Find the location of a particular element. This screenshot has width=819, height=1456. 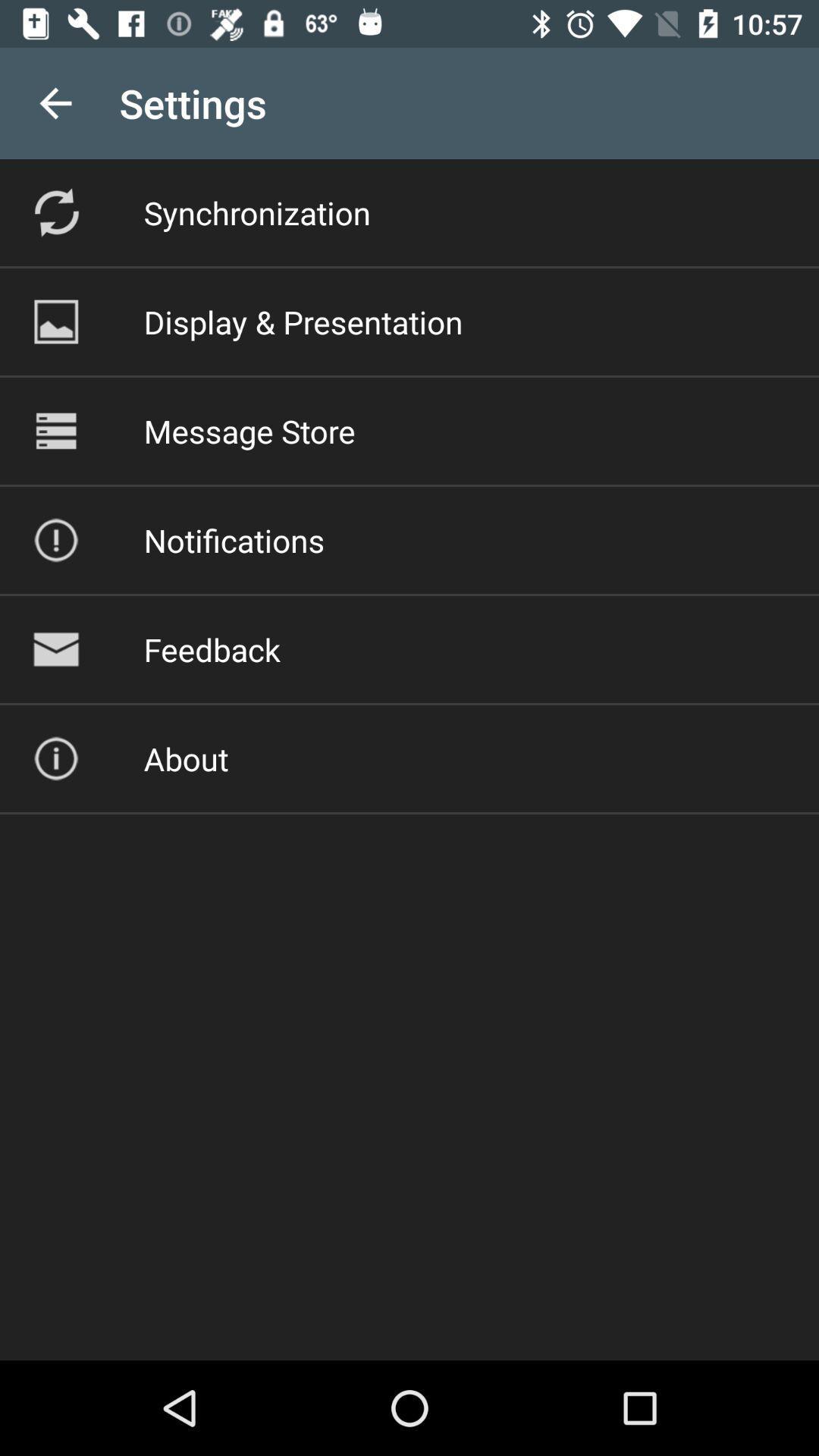

the item below the notifications is located at coordinates (212, 649).